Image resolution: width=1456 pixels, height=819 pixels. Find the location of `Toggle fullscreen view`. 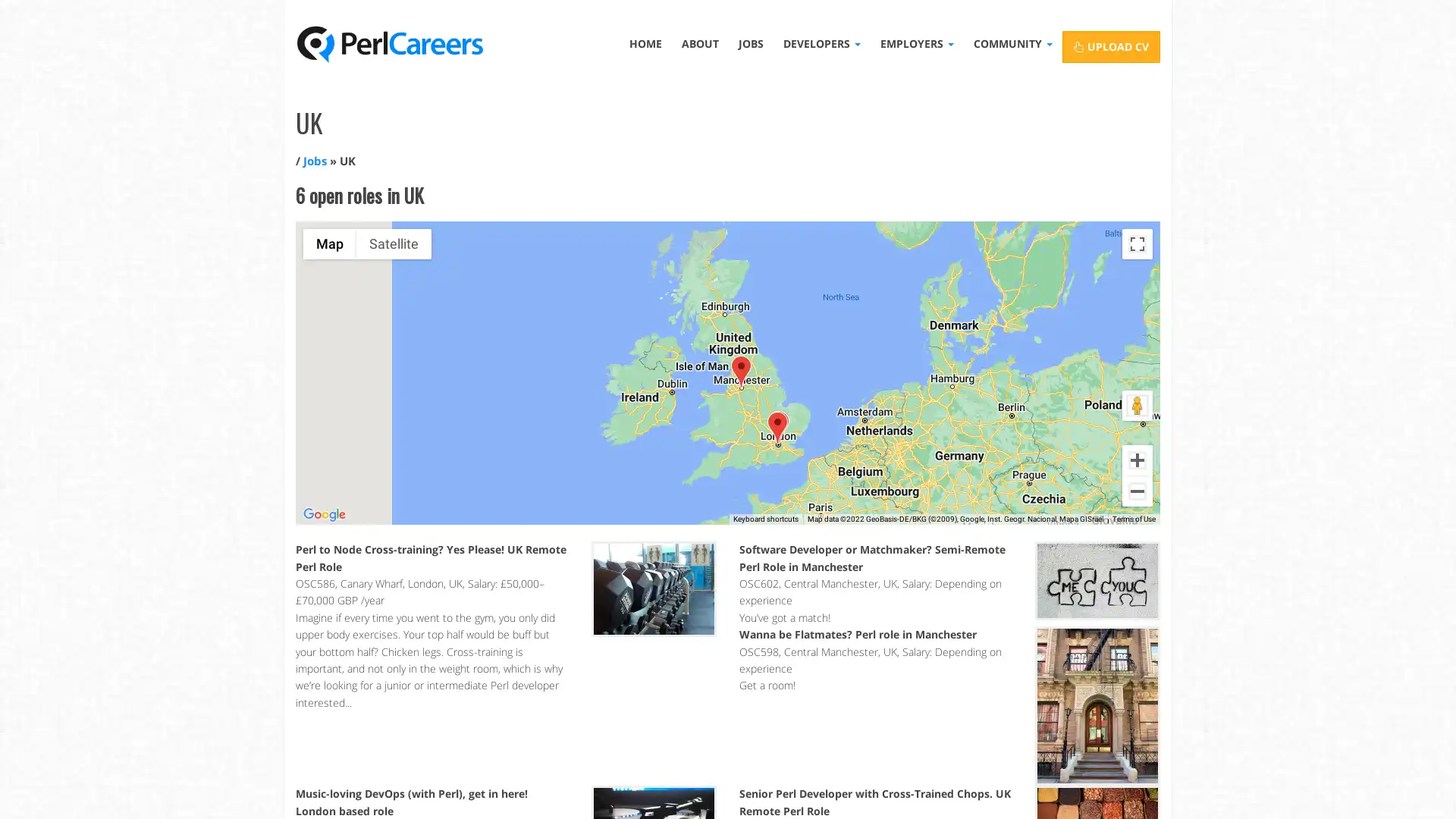

Toggle fullscreen view is located at coordinates (1137, 242).